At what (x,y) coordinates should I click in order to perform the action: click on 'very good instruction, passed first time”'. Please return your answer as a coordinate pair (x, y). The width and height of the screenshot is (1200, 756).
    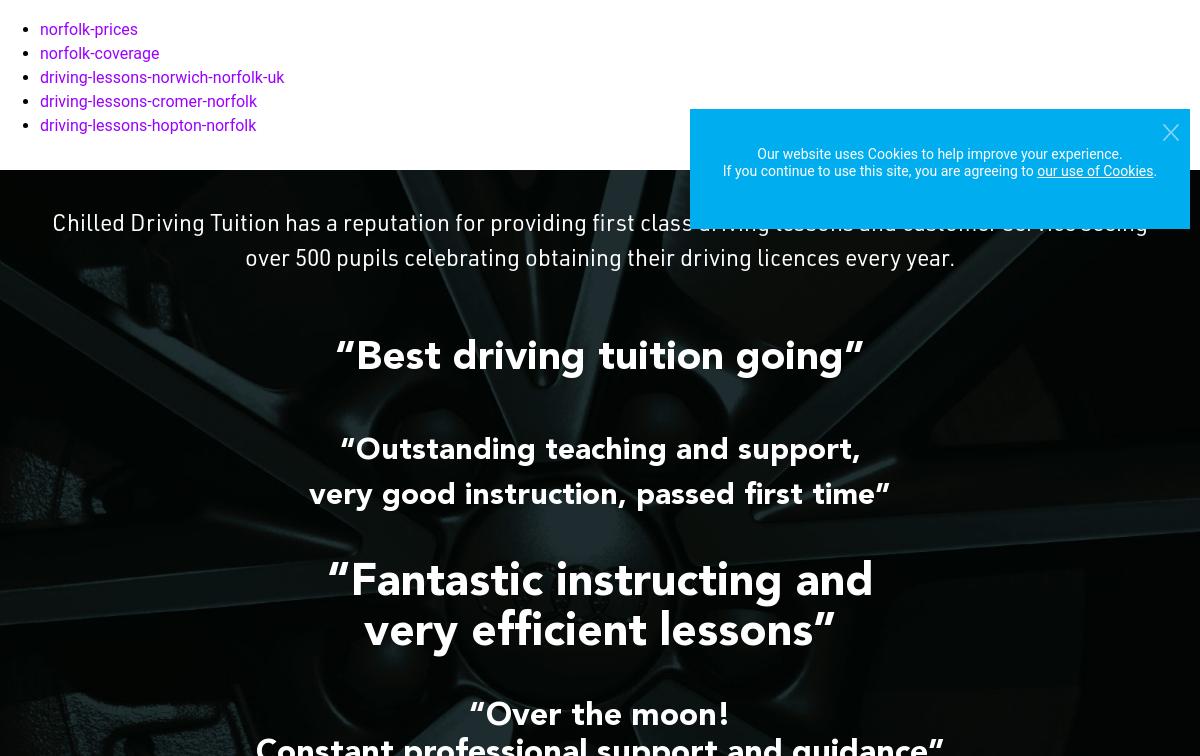
    Looking at the image, I should click on (600, 496).